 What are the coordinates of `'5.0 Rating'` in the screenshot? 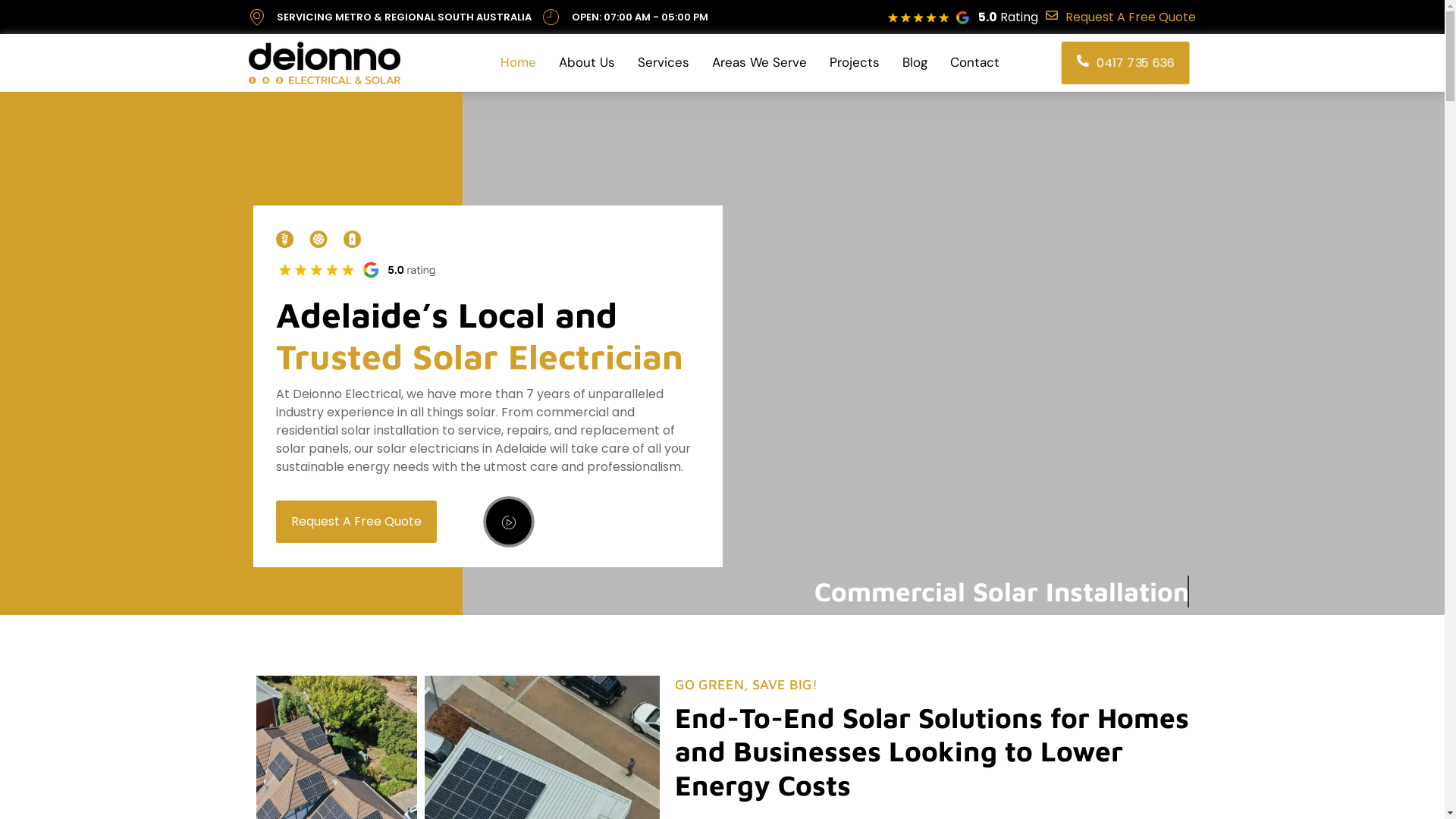 It's located at (1008, 17).